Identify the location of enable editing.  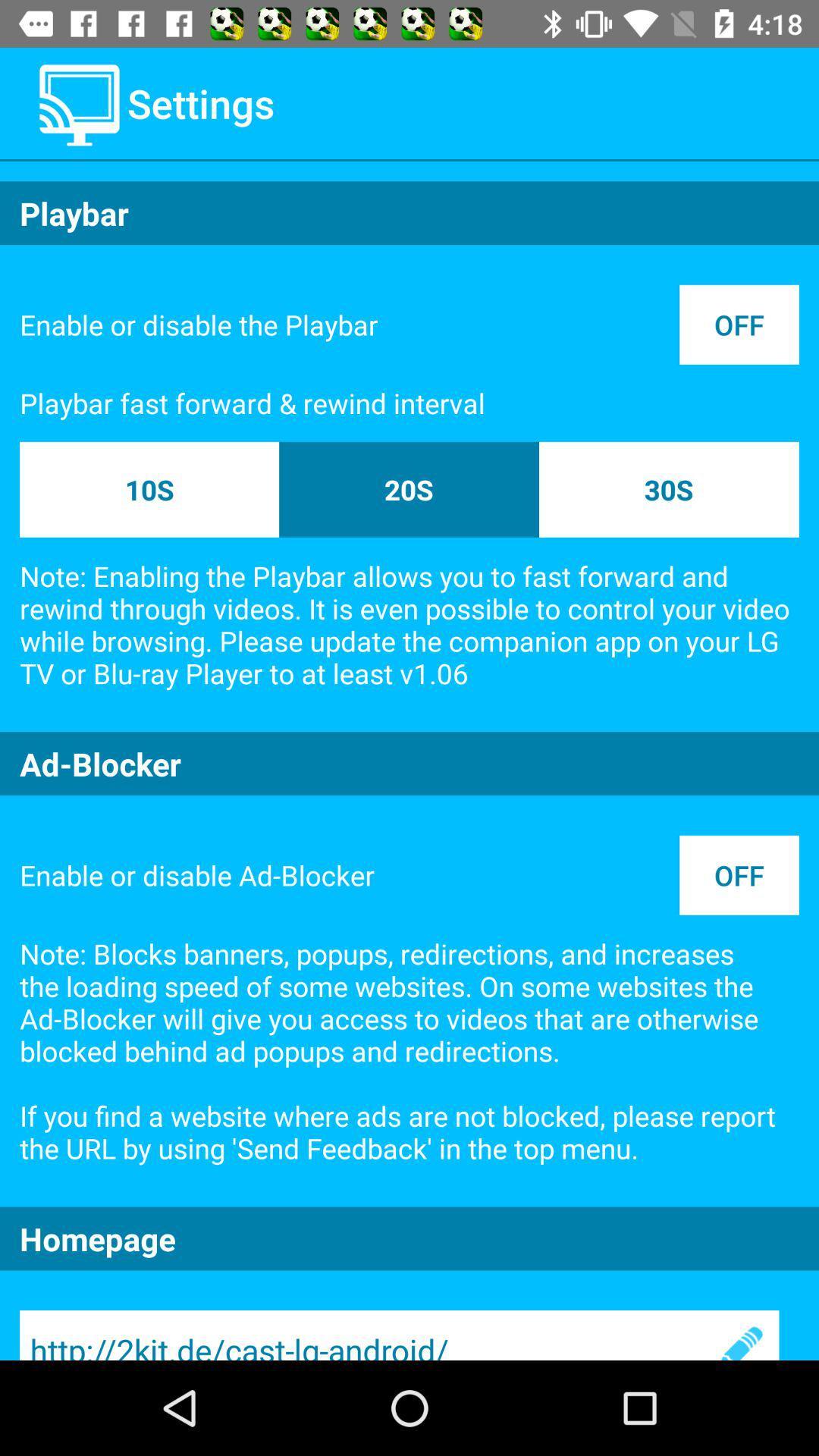
(739, 1335).